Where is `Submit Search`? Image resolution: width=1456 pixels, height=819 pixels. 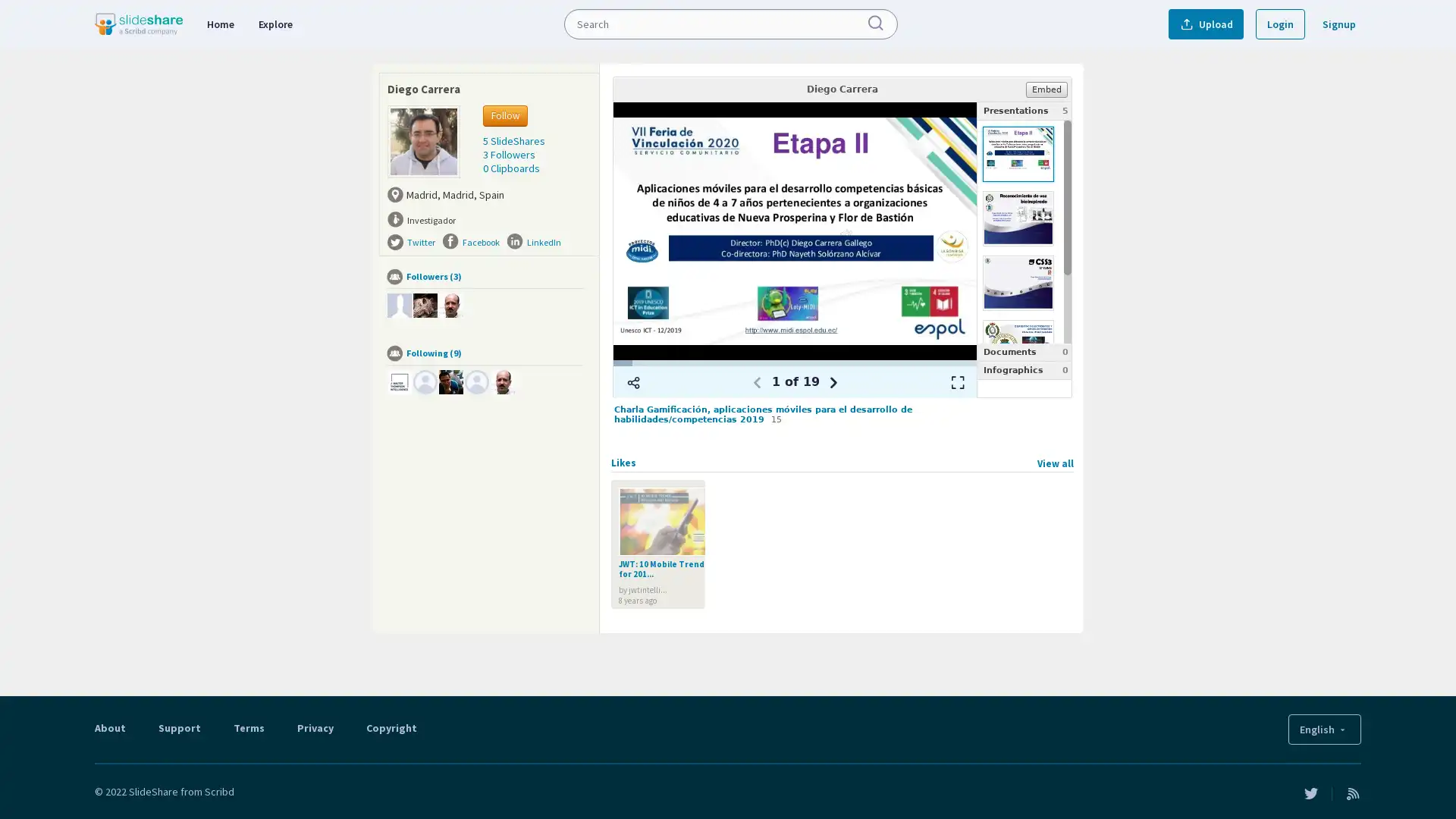
Submit Search is located at coordinates (874, 23).